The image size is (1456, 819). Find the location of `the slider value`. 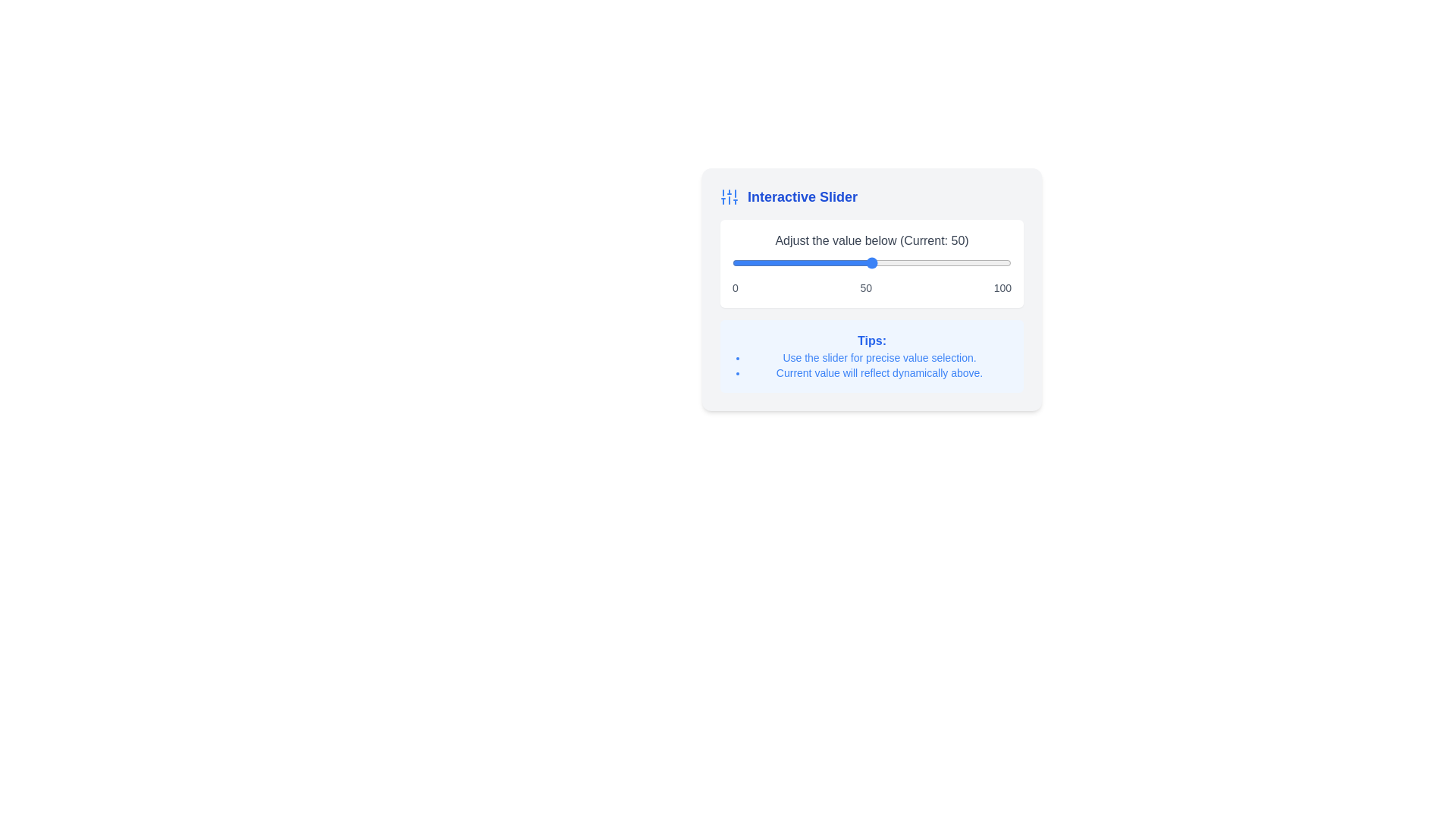

the slider value is located at coordinates (1003, 262).